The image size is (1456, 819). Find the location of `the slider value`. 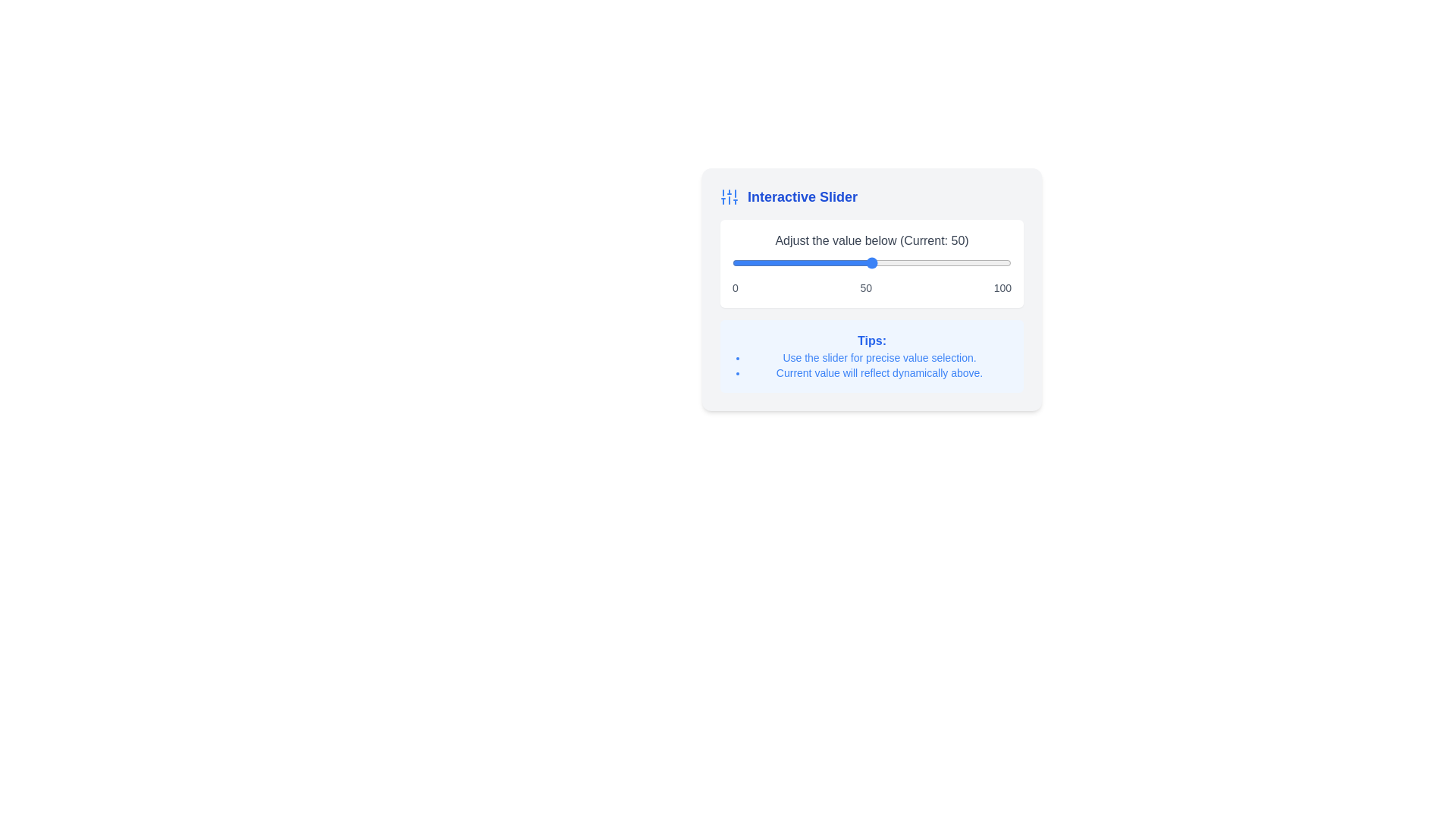

the slider value is located at coordinates (1003, 262).